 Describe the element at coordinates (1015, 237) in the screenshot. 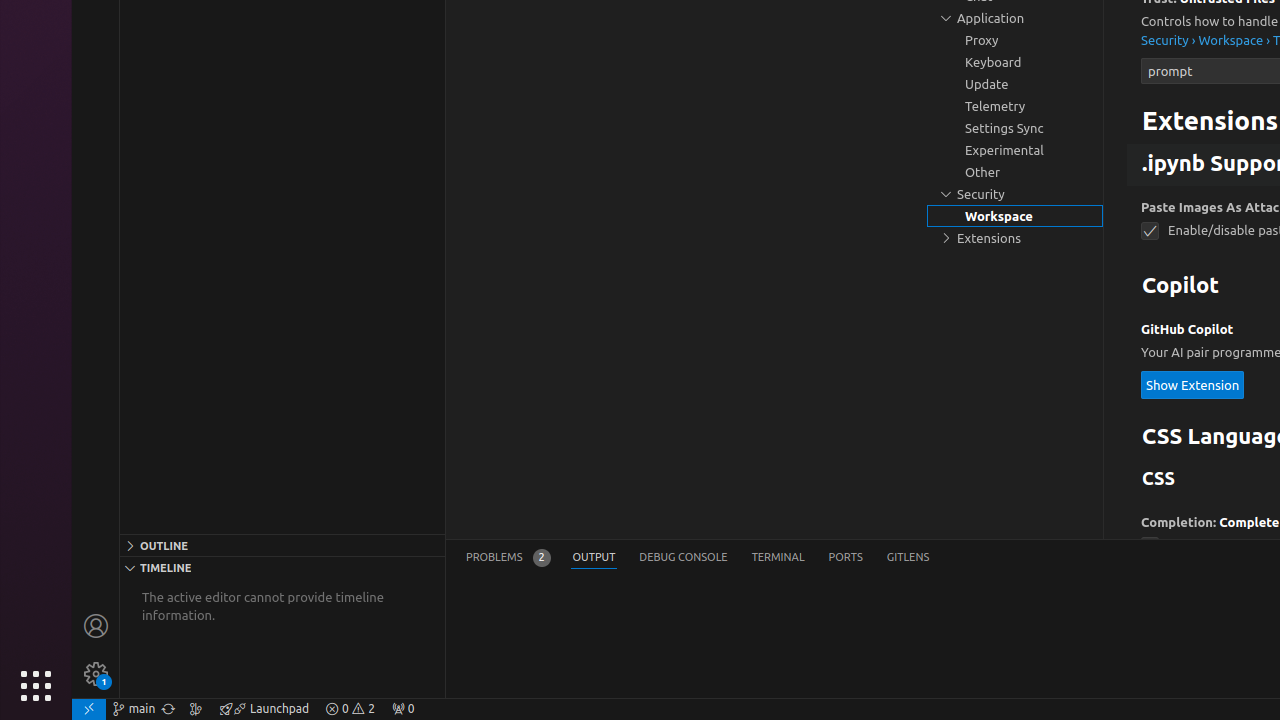

I see `'Extensions, group'` at that location.